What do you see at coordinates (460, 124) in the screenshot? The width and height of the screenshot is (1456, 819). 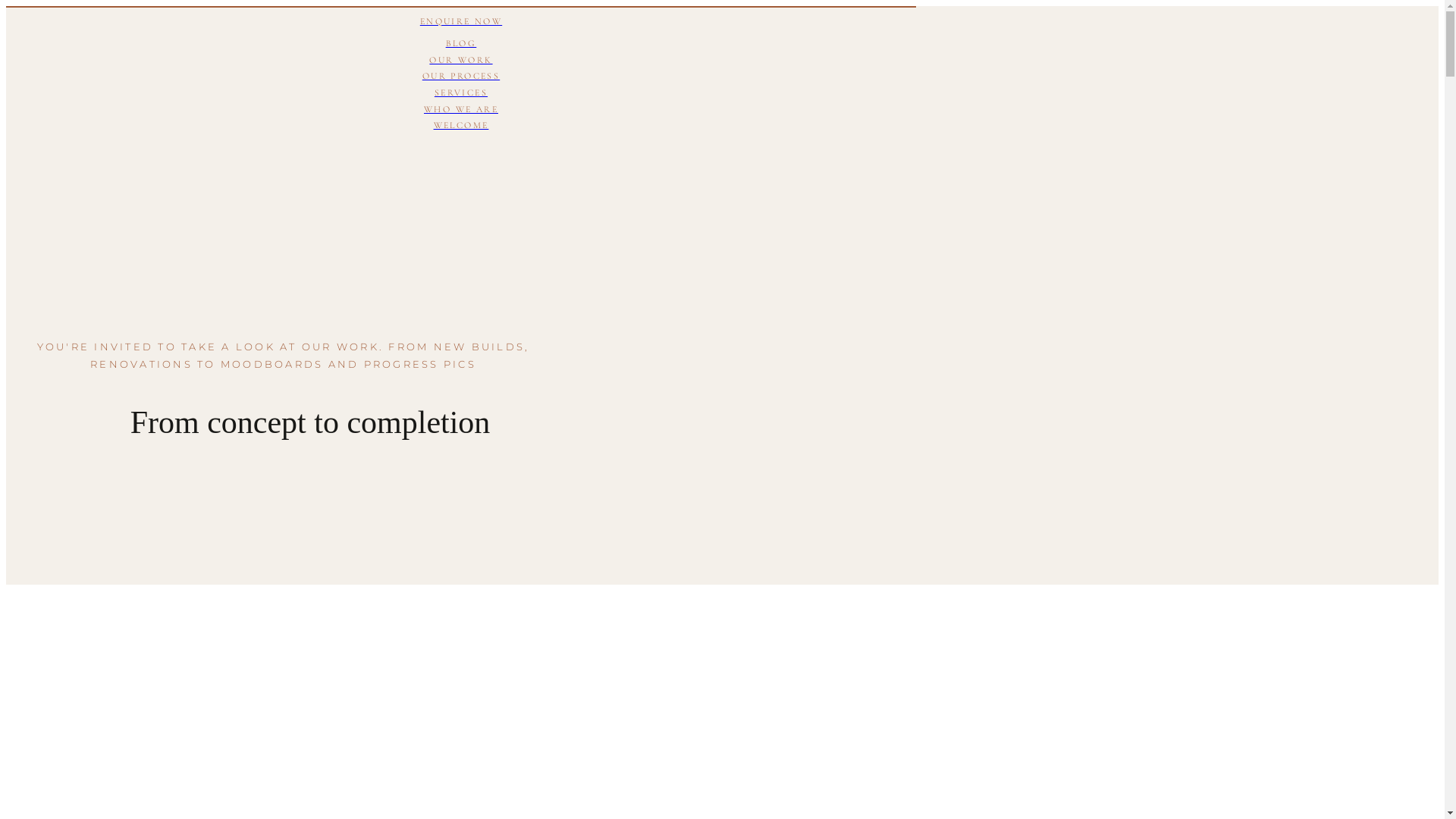 I see `'WELCOME'` at bounding box center [460, 124].